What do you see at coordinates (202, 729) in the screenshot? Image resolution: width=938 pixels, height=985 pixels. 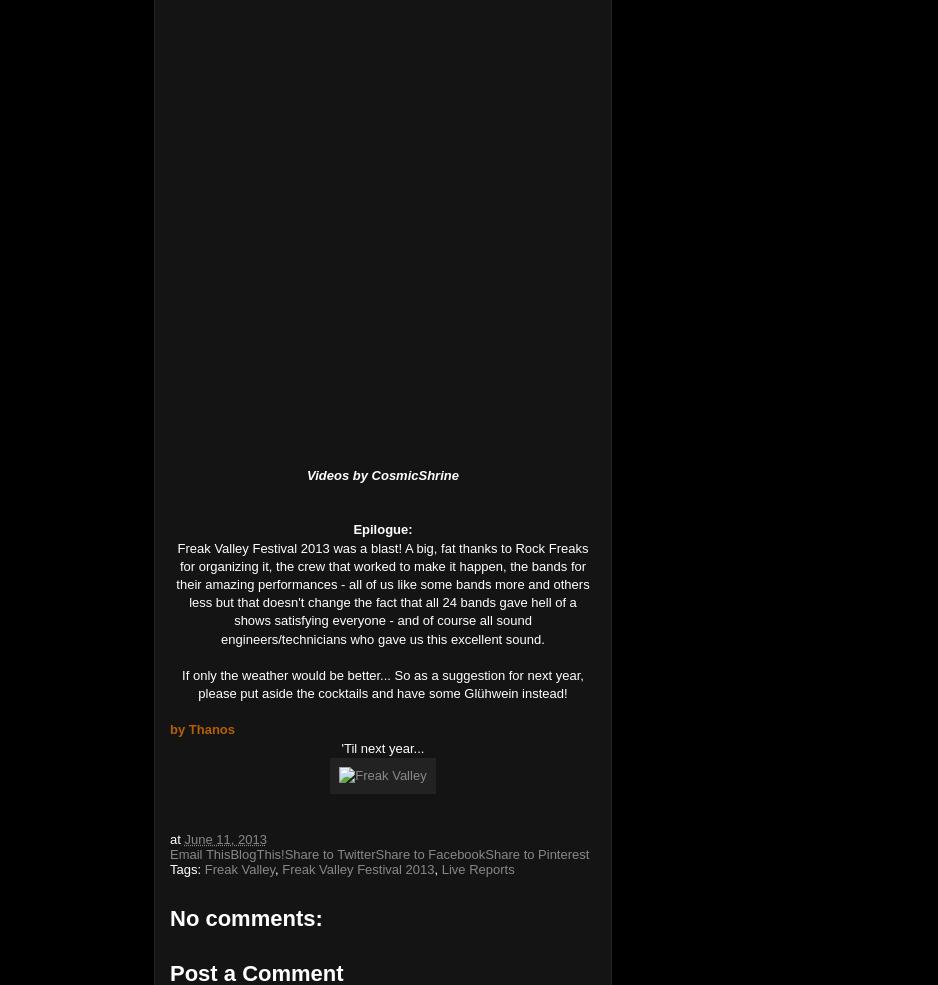 I see `'by Thanos'` at bounding box center [202, 729].